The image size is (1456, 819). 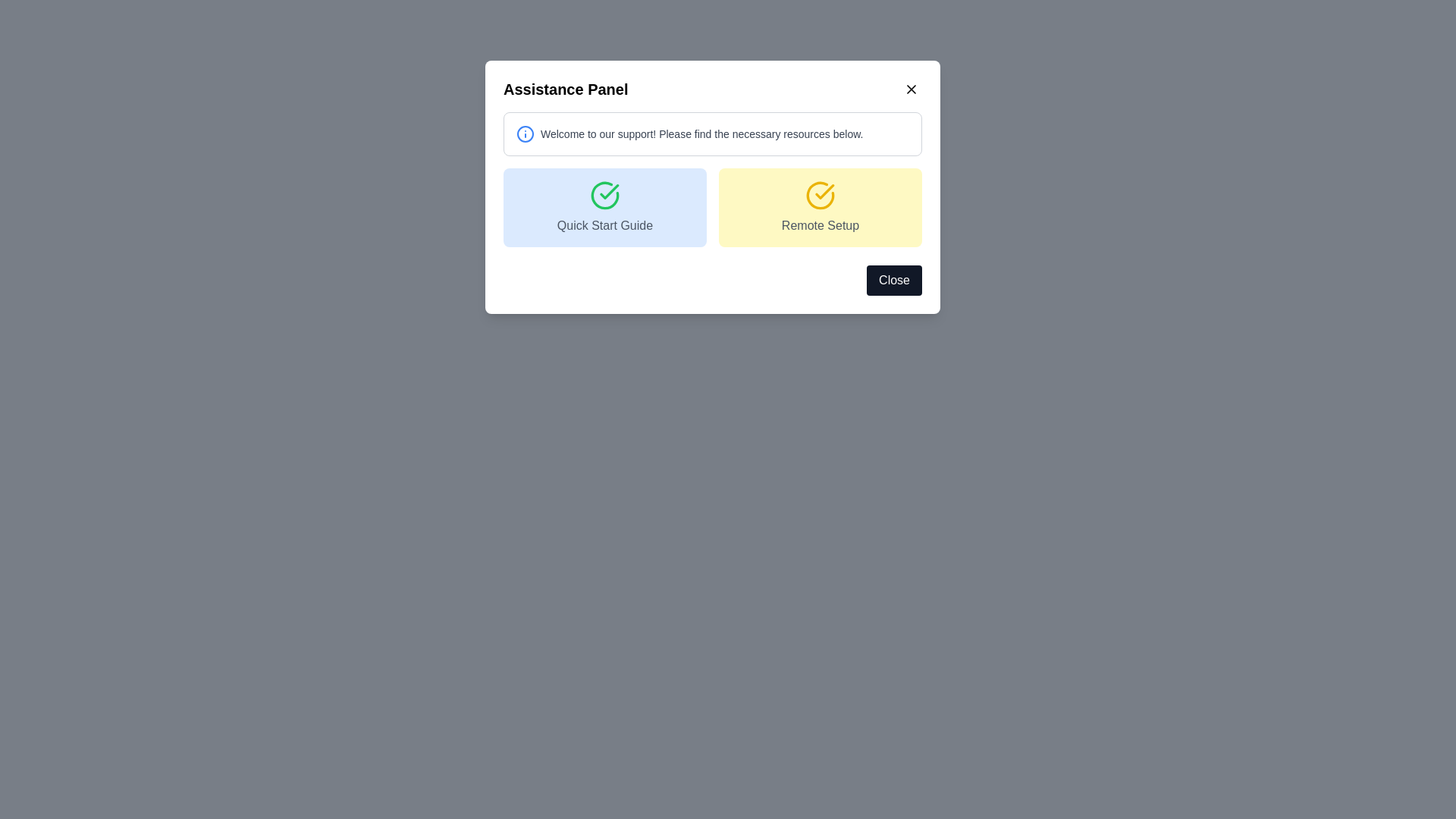 What do you see at coordinates (604, 195) in the screenshot?
I see `the icon indicating the completed or confirmed status in the 'Quick Start Guide' section of the assistance panel` at bounding box center [604, 195].